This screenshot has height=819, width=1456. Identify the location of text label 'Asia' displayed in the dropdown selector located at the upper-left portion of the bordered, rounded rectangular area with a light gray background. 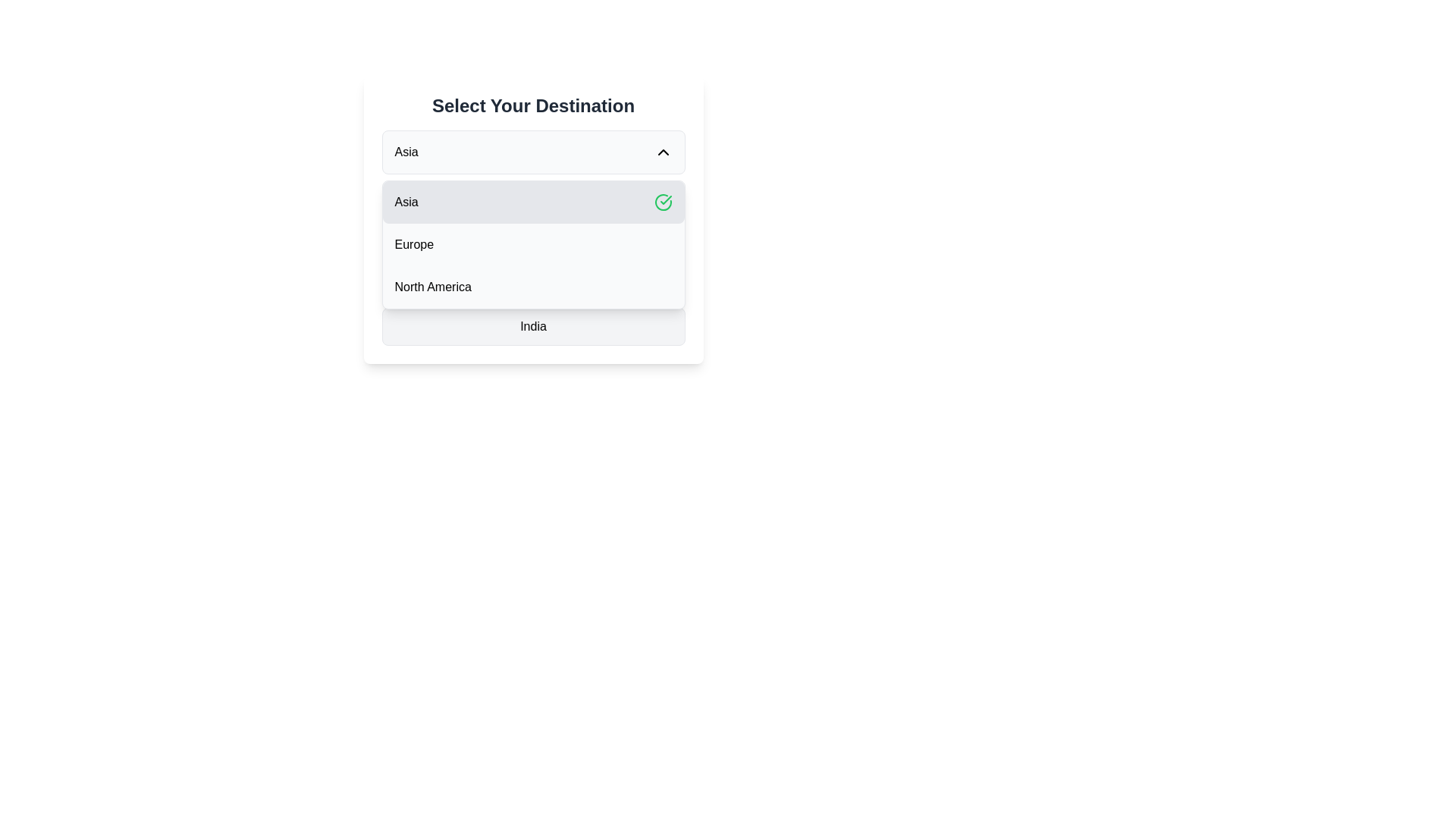
(406, 152).